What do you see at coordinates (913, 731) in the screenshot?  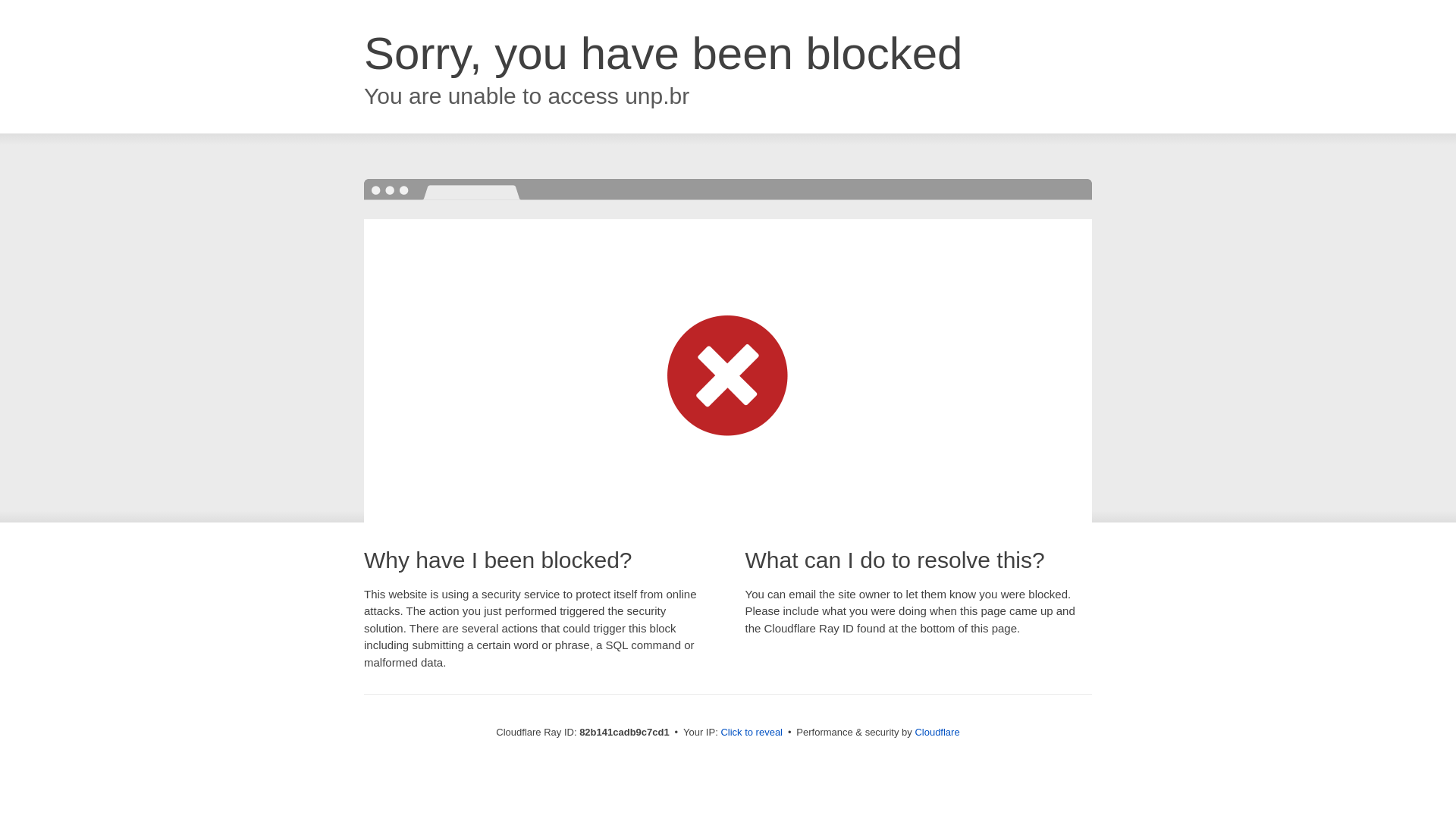 I see `'Cloudflare'` at bounding box center [913, 731].